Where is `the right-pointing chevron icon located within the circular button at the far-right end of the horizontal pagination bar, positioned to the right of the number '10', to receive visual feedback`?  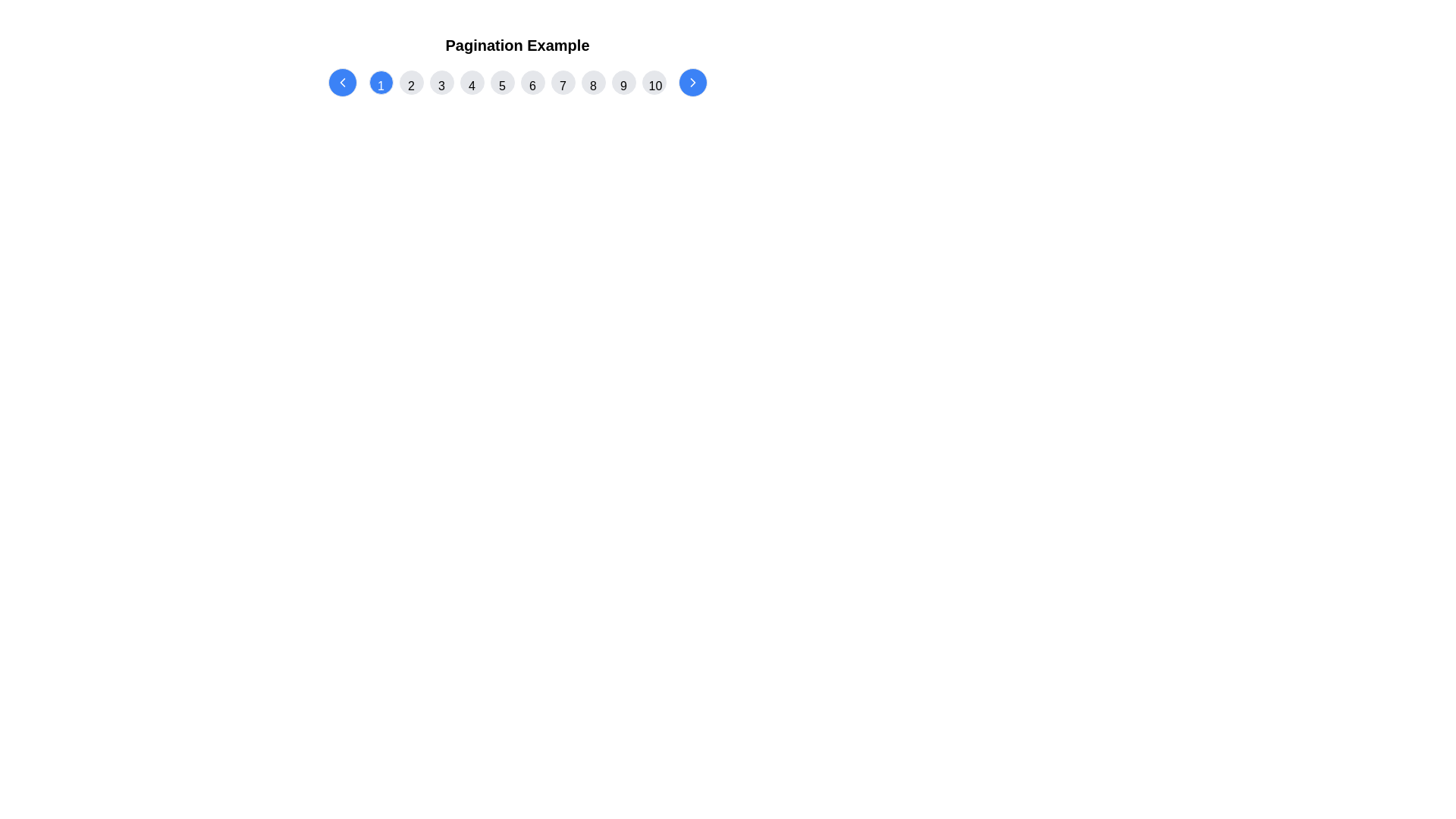
the right-pointing chevron icon located within the circular button at the far-right end of the horizontal pagination bar, positioned to the right of the number '10', to receive visual feedback is located at coordinates (692, 82).